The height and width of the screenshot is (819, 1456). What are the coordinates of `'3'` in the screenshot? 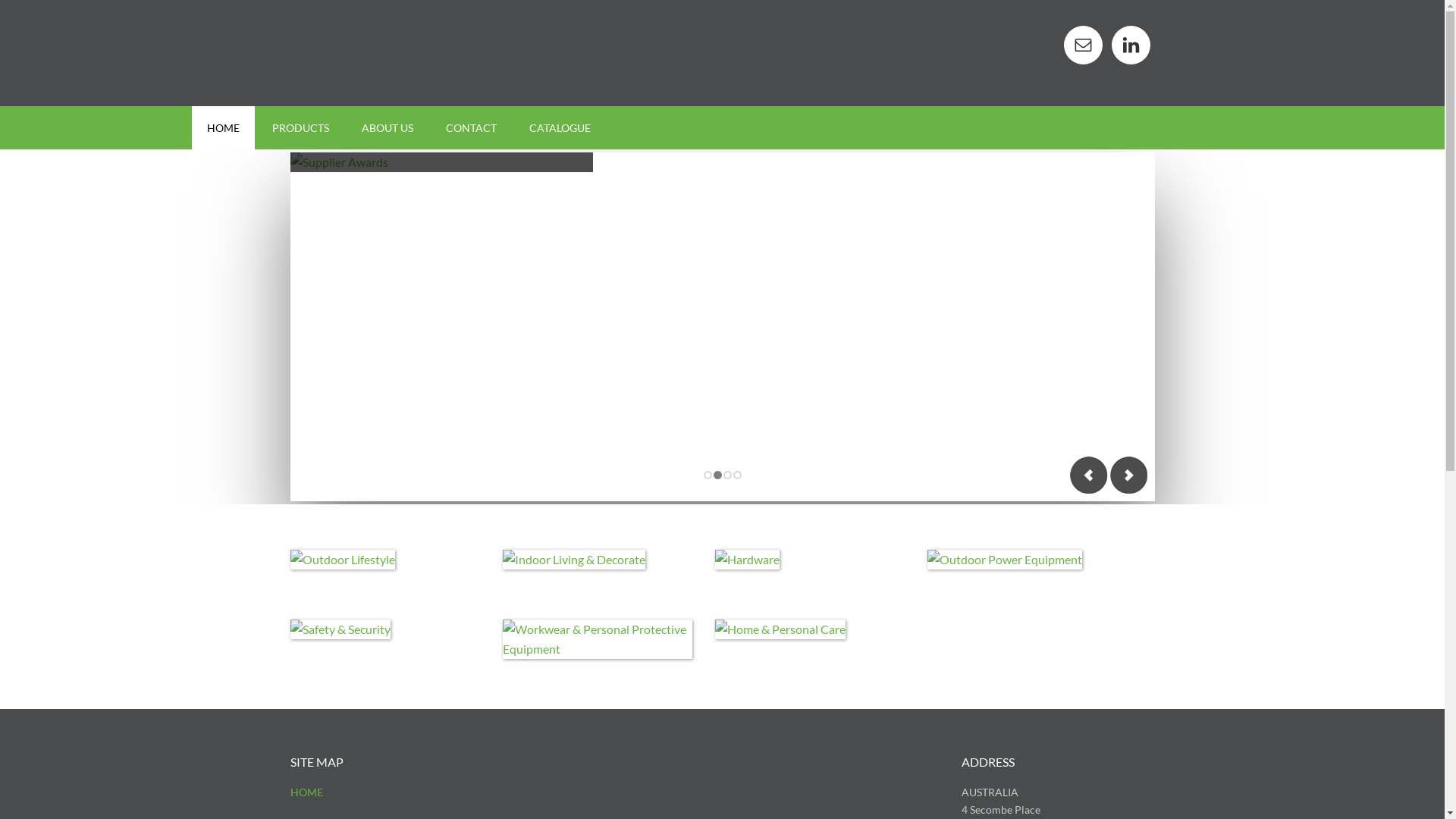 It's located at (726, 475).